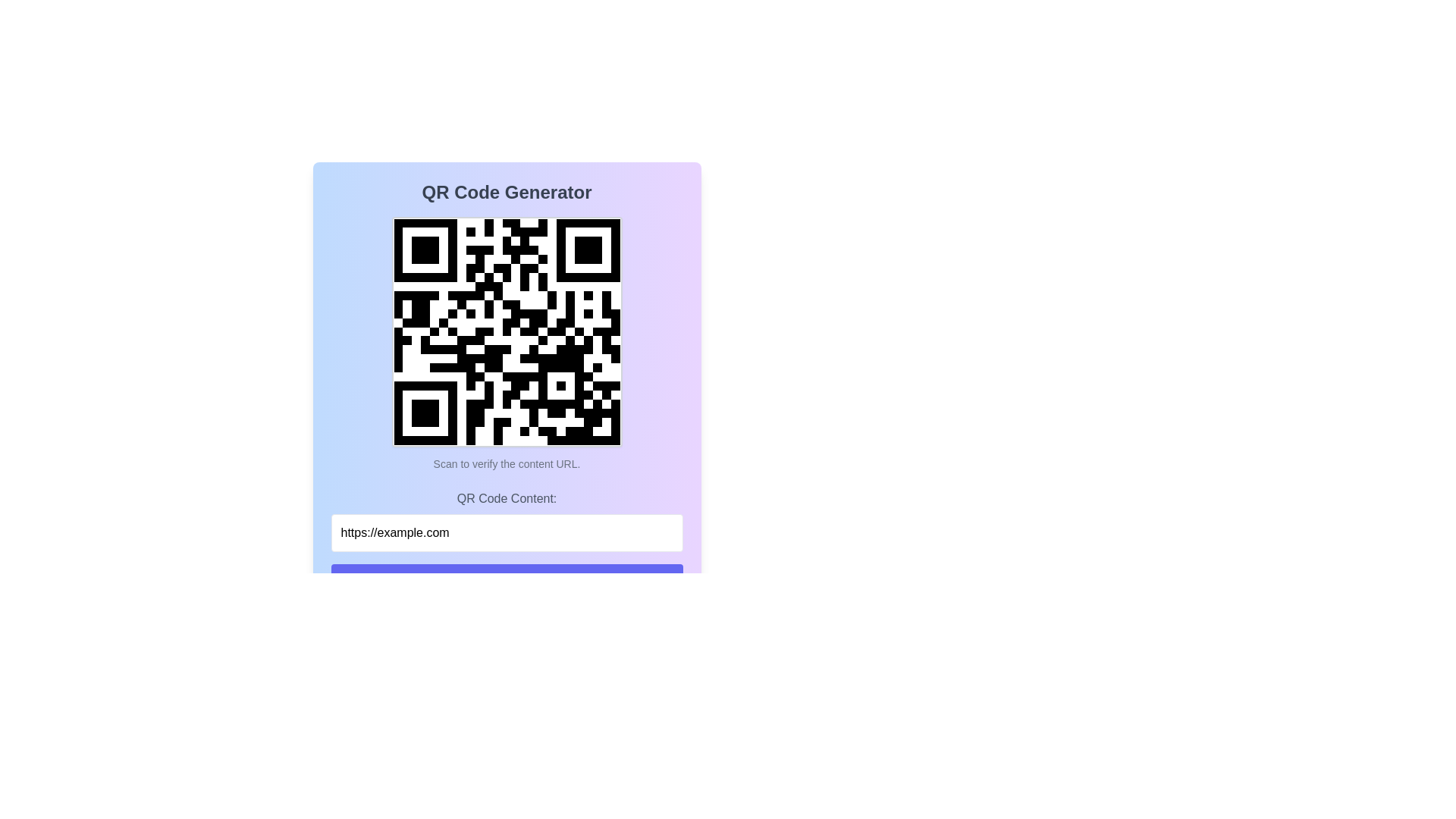 Image resolution: width=1456 pixels, height=819 pixels. Describe the element at coordinates (507, 463) in the screenshot. I see `the static text label that reads 'Scan to verify the content URL.', which is located below the QR code` at that location.